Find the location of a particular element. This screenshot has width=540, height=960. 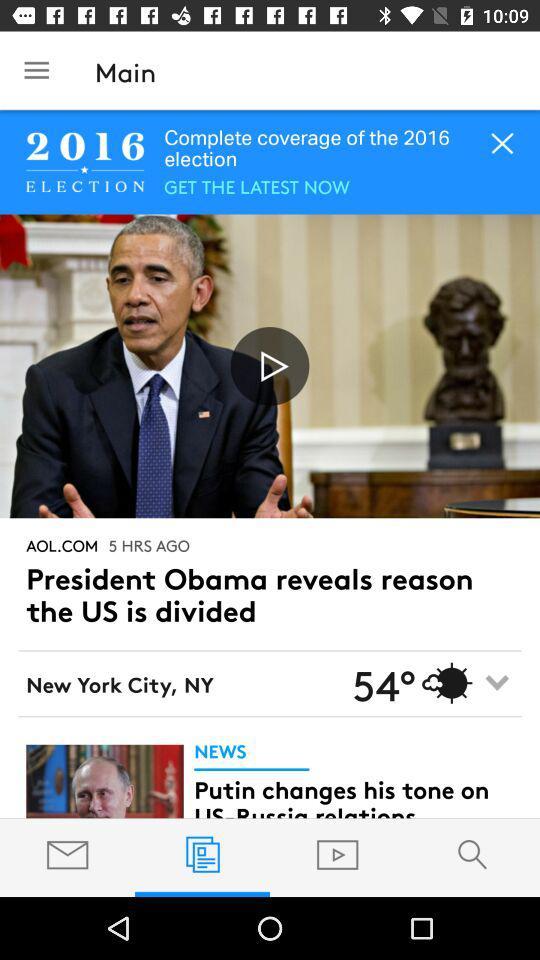

play button is located at coordinates (270, 365).